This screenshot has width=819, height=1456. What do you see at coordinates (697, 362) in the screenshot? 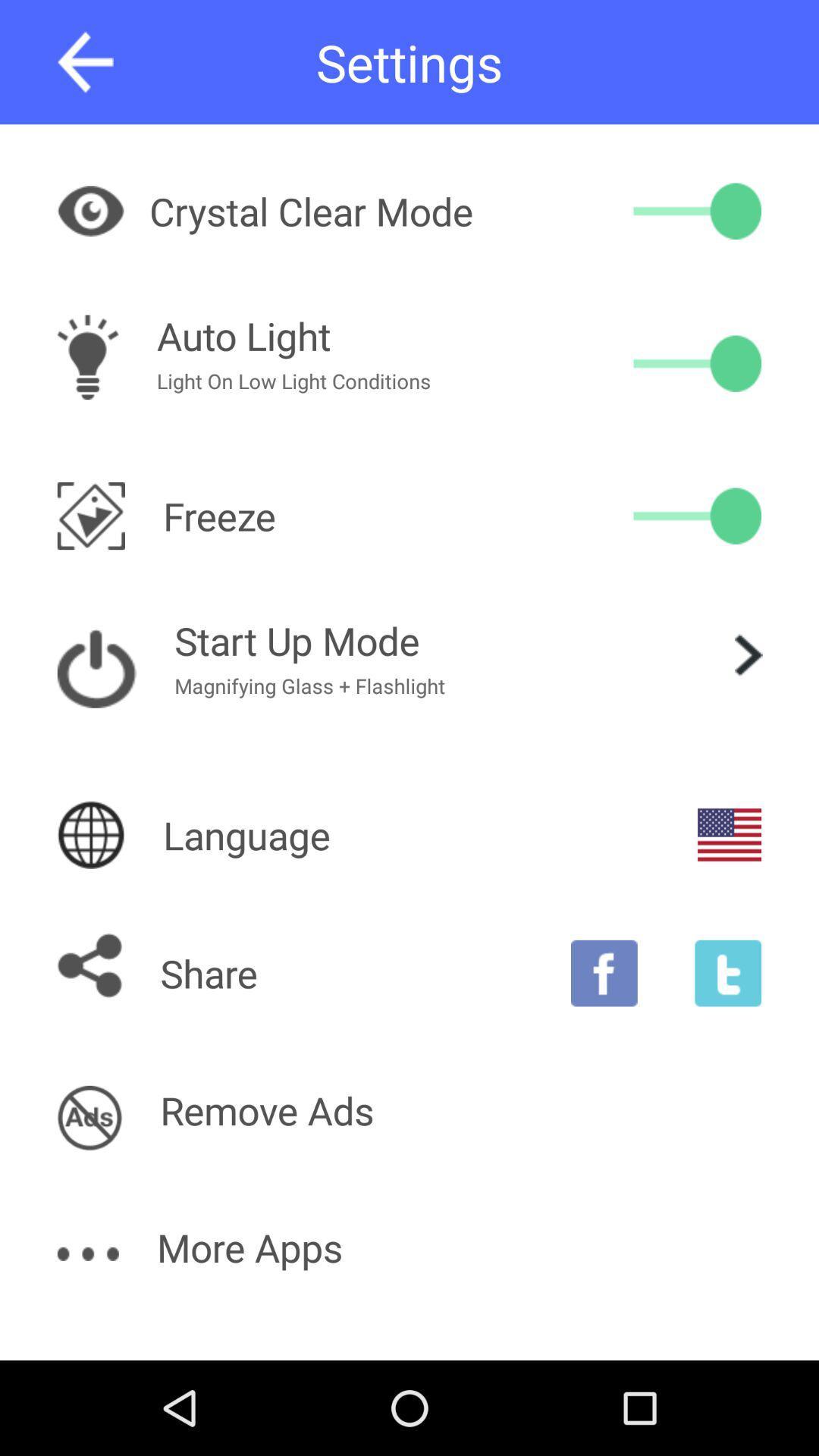
I see `autoplay light option` at bounding box center [697, 362].